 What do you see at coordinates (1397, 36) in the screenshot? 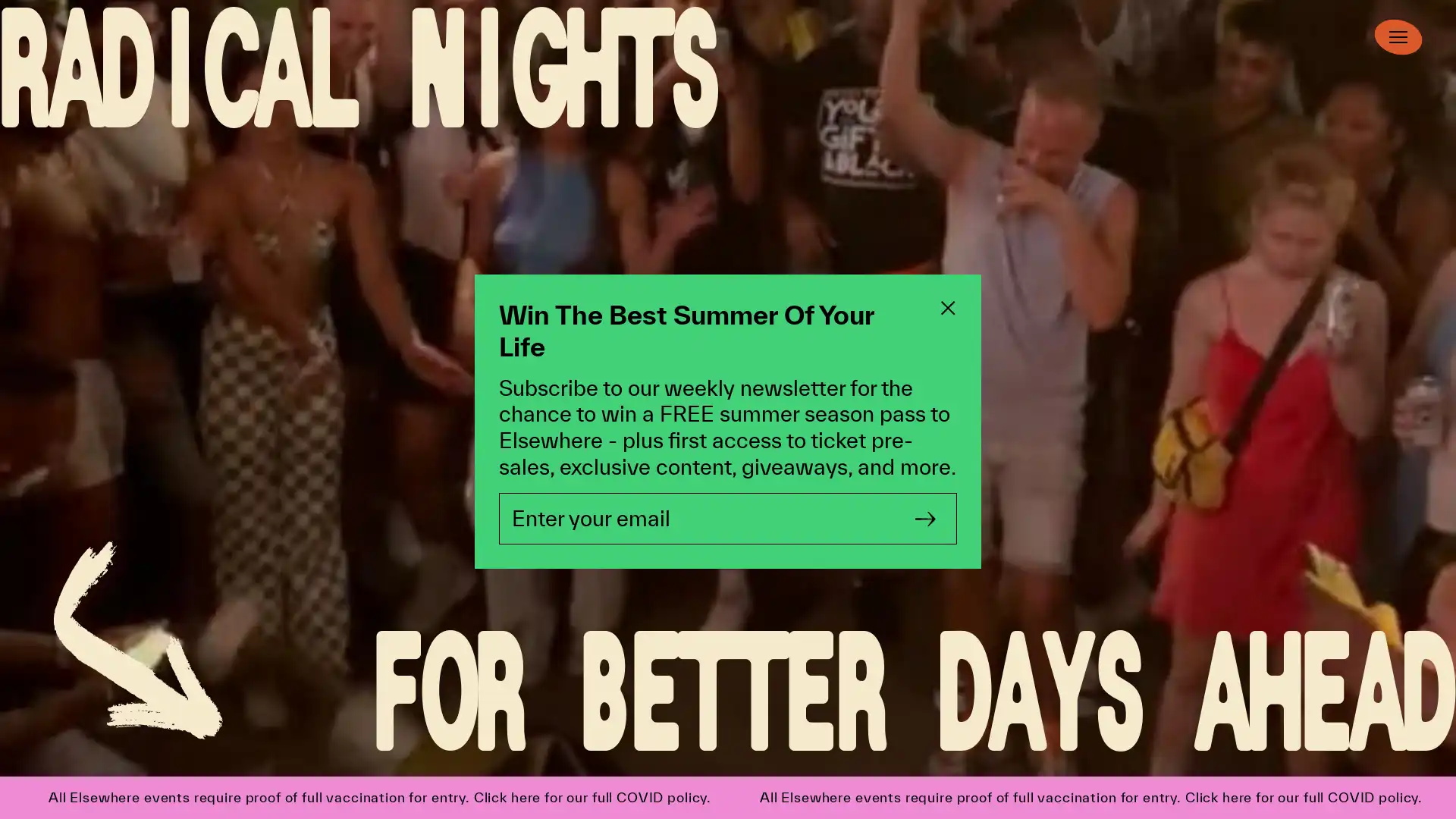
I see `Menu` at bounding box center [1397, 36].